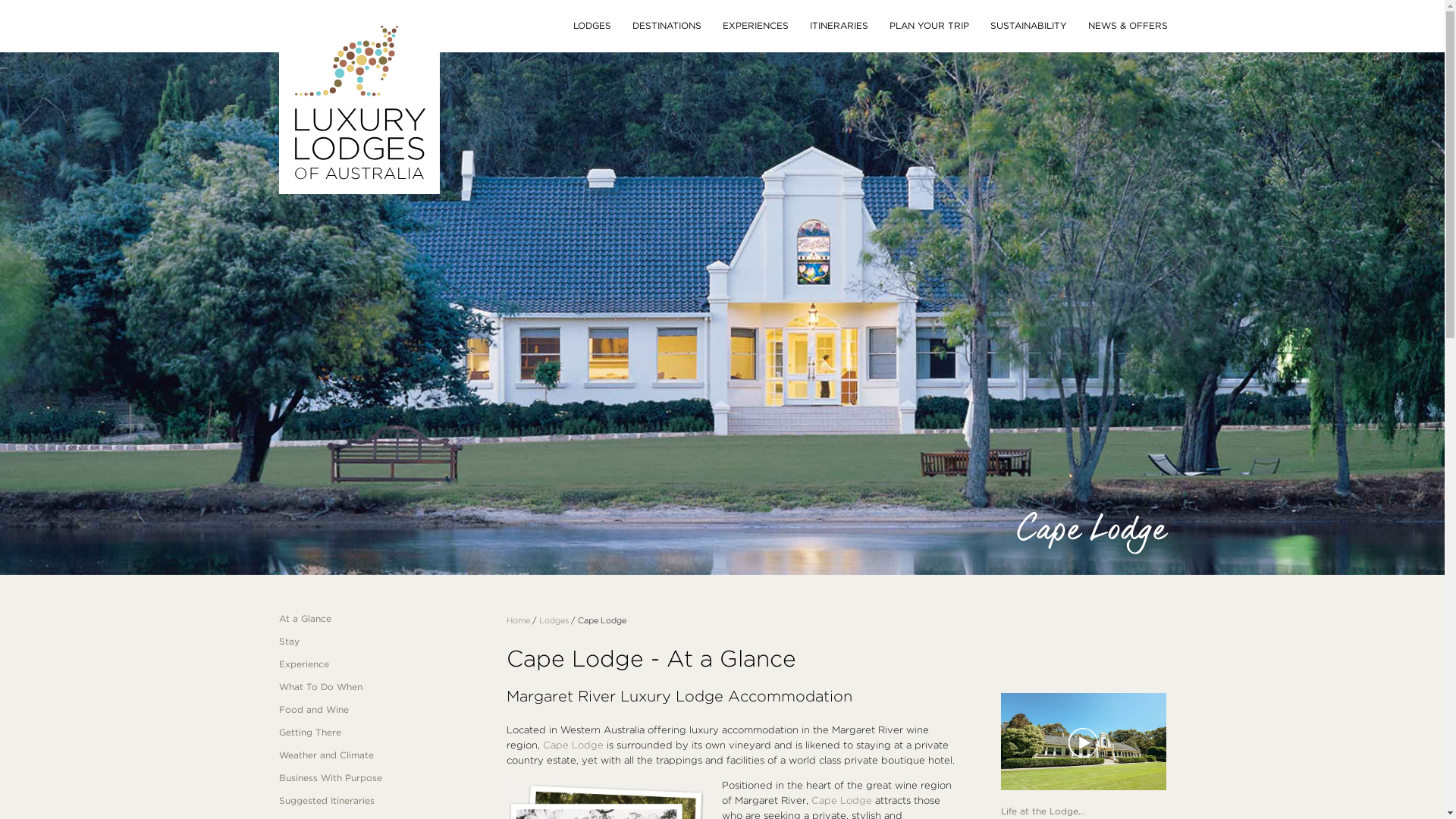 The height and width of the screenshot is (819, 1456). What do you see at coordinates (381, 800) in the screenshot?
I see `'Suggested Itineraries'` at bounding box center [381, 800].